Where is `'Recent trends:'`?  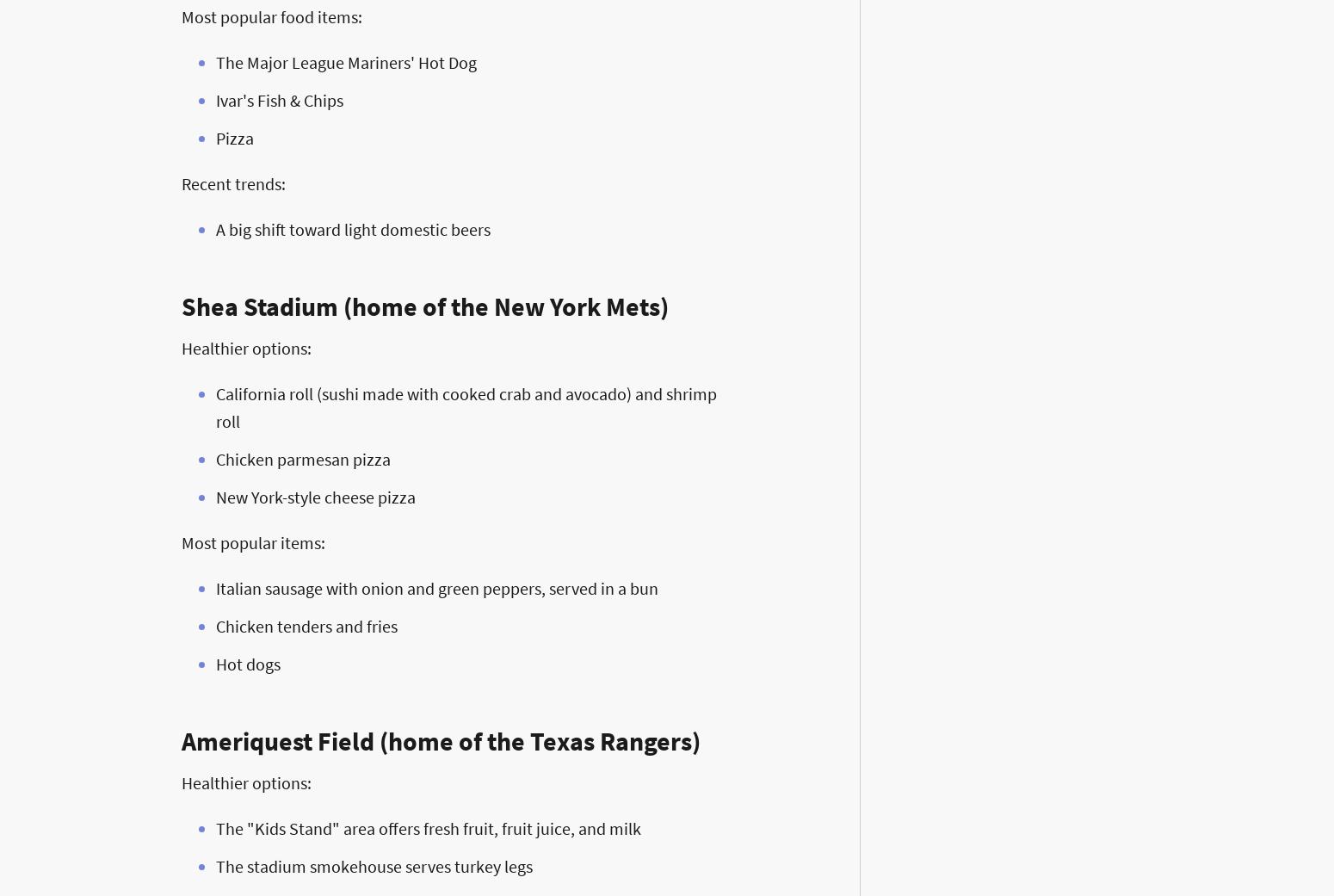 'Recent trends:' is located at coordinates (233, 182).